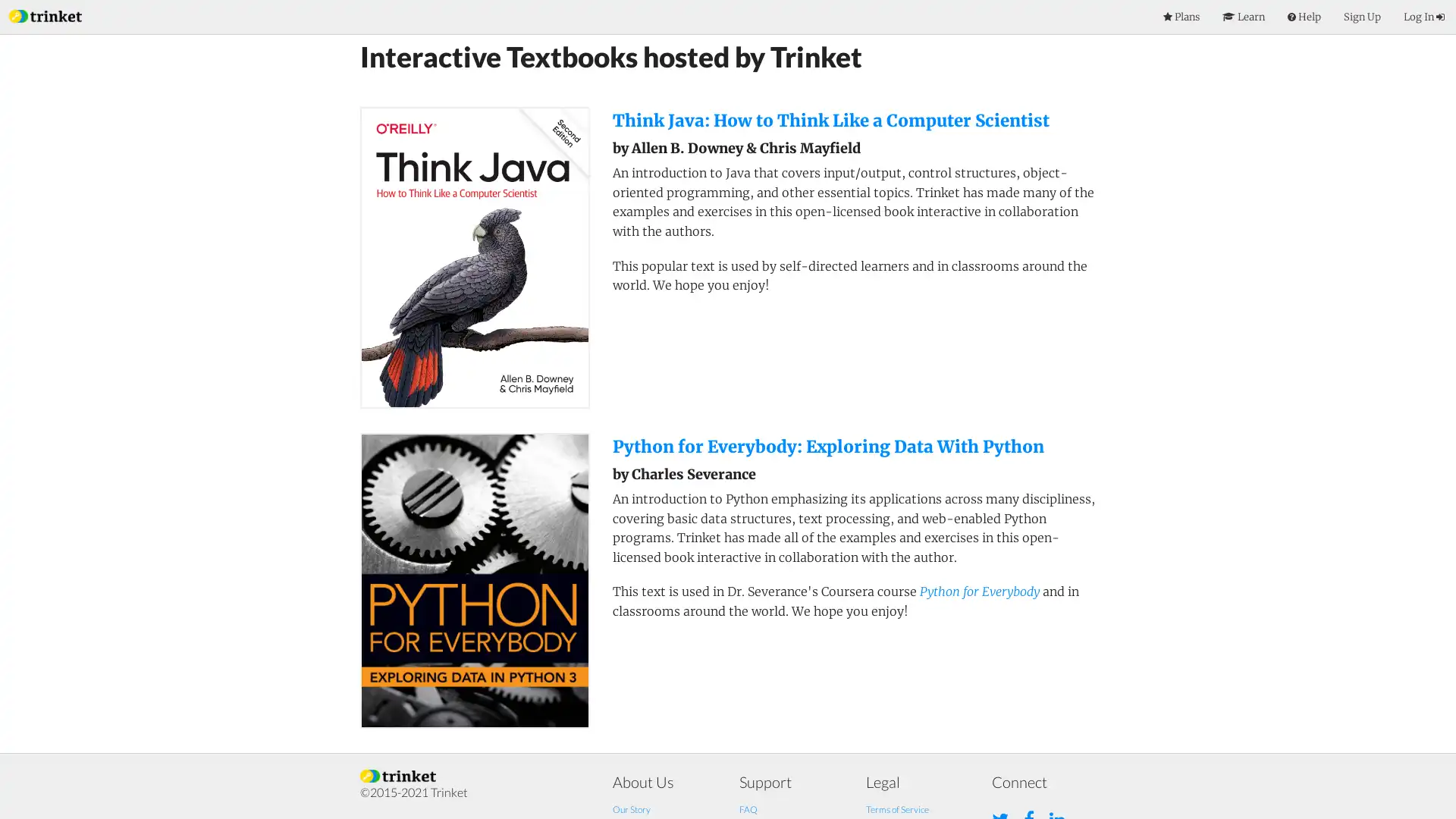  Describe the element at coordinates (45, 14) in the screenshot. I see `Index Page` at that location.